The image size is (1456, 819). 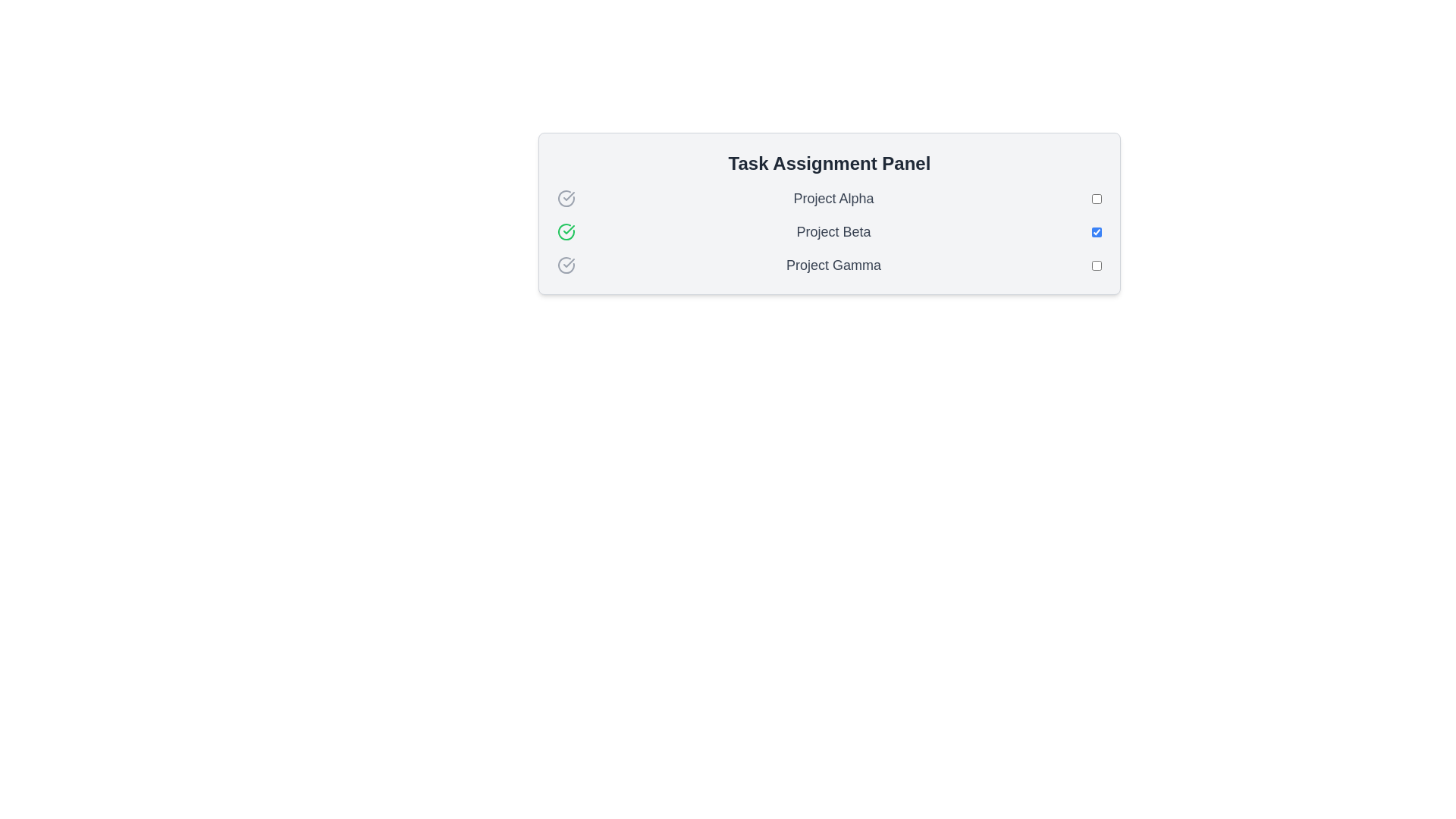 What do you see at coordinates (833, 265) in the screenshot?
I see `the text label 'Project Gamma' located in the 'Task Assignment Panel', positioned below 'Project Beta' and next to an unselected circular icon and a checkbox` at bounding box center [833, 265].